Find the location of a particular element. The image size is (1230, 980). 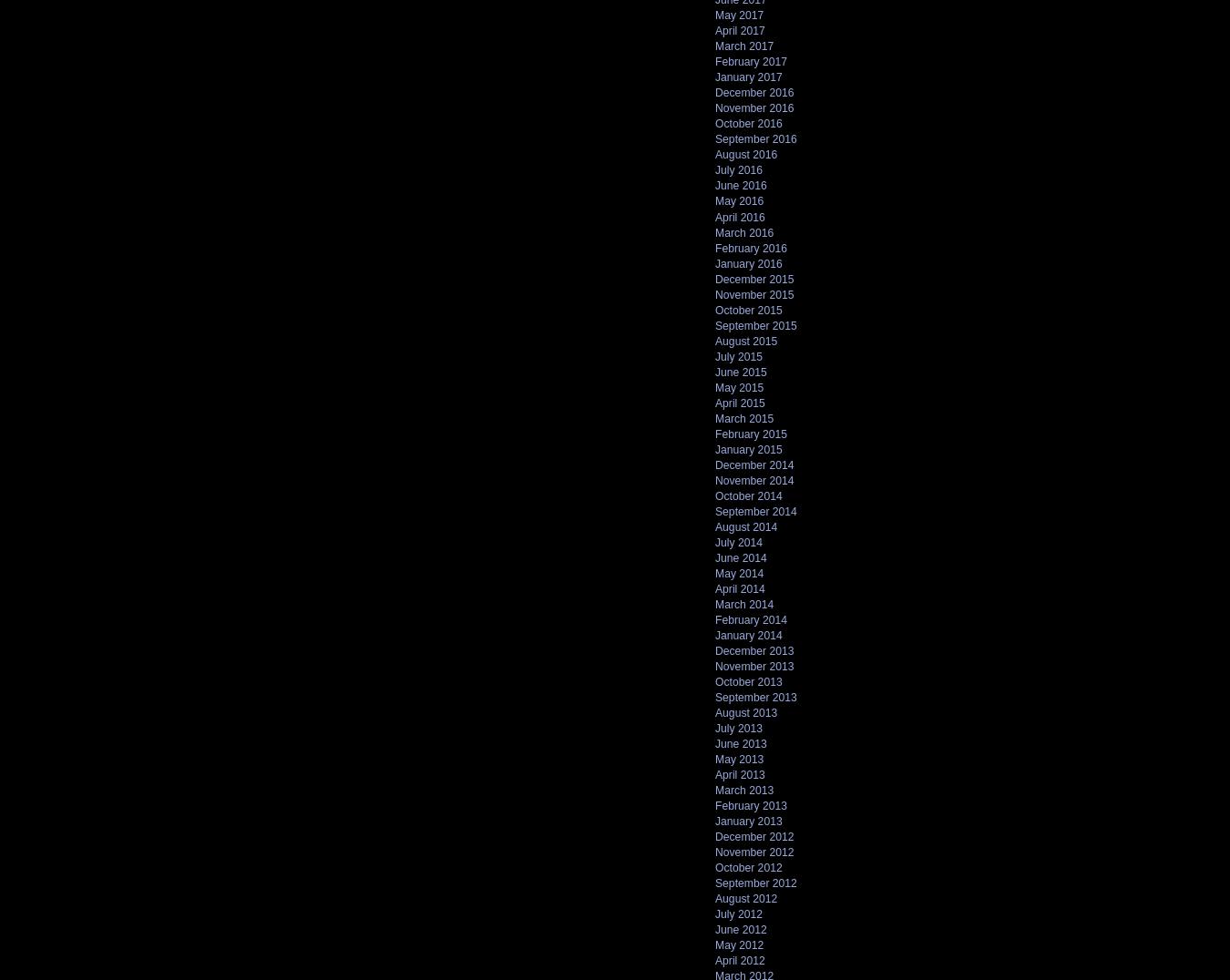

'October 2016' is located at coordinates (748, 124).